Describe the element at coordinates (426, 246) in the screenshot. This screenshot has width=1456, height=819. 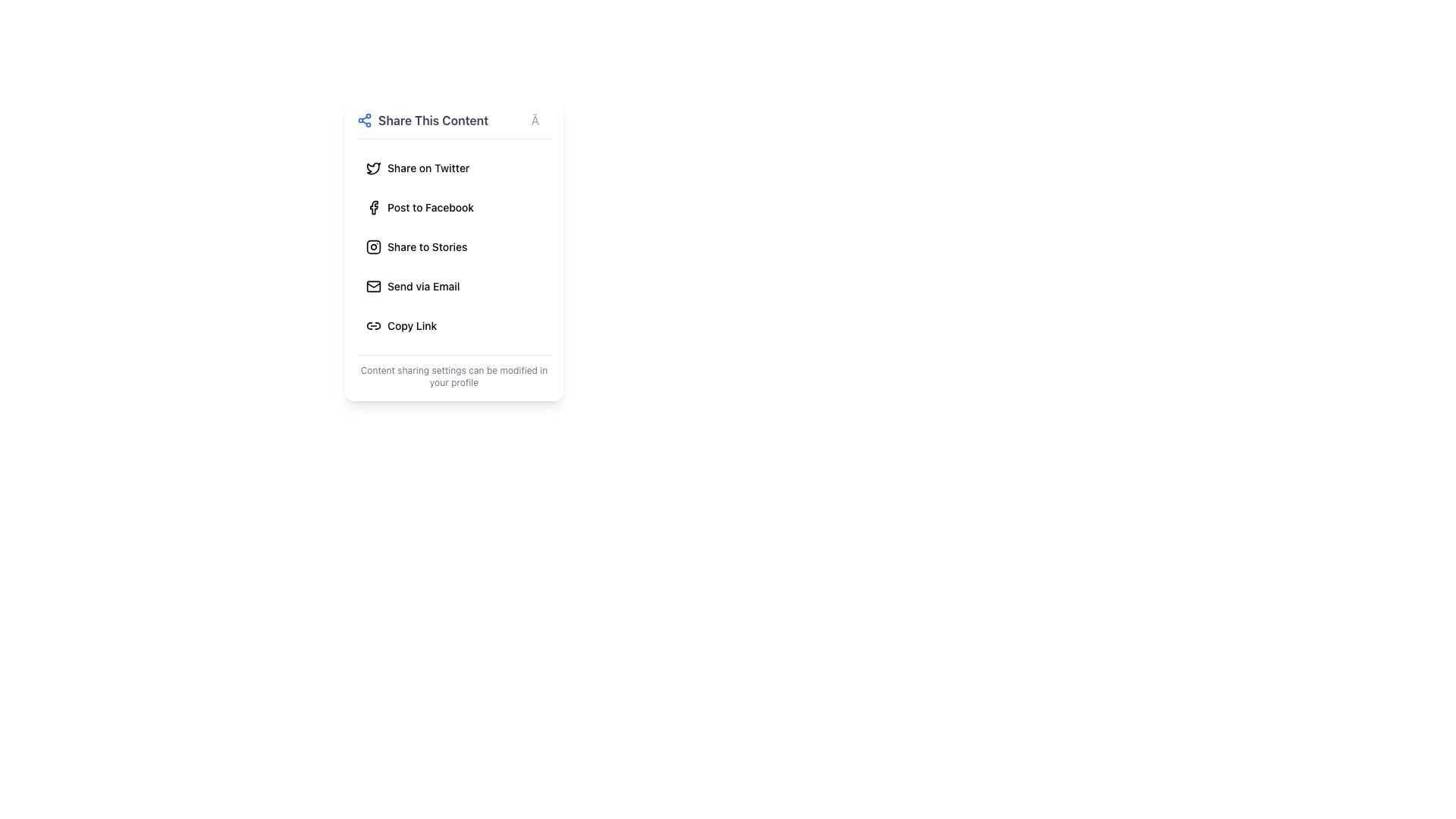
I see `the 'Share to Stories' menu option, which is the third item in the vertical list of sharing options, to initiate the sharing process` at that location.